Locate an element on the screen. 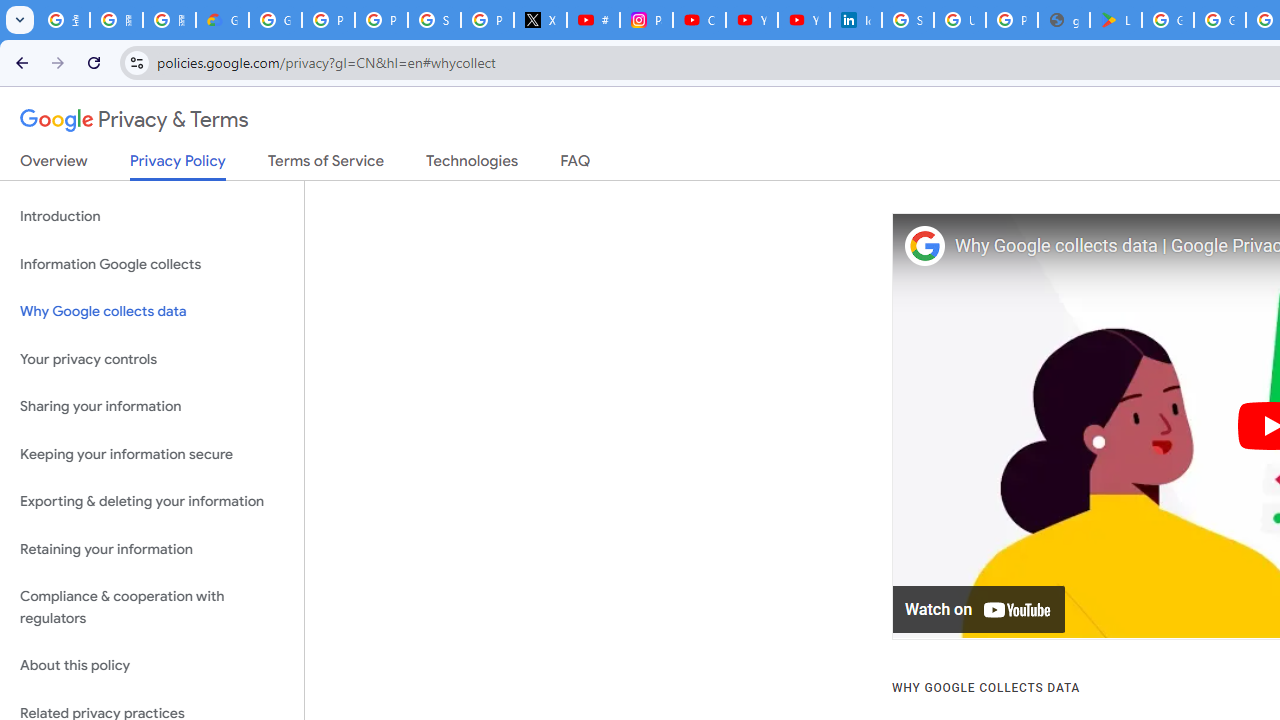 This screenshot has width=1280, height=720. 'Google Workspace - Specific Terms' is located at coordinates (1218, 20).